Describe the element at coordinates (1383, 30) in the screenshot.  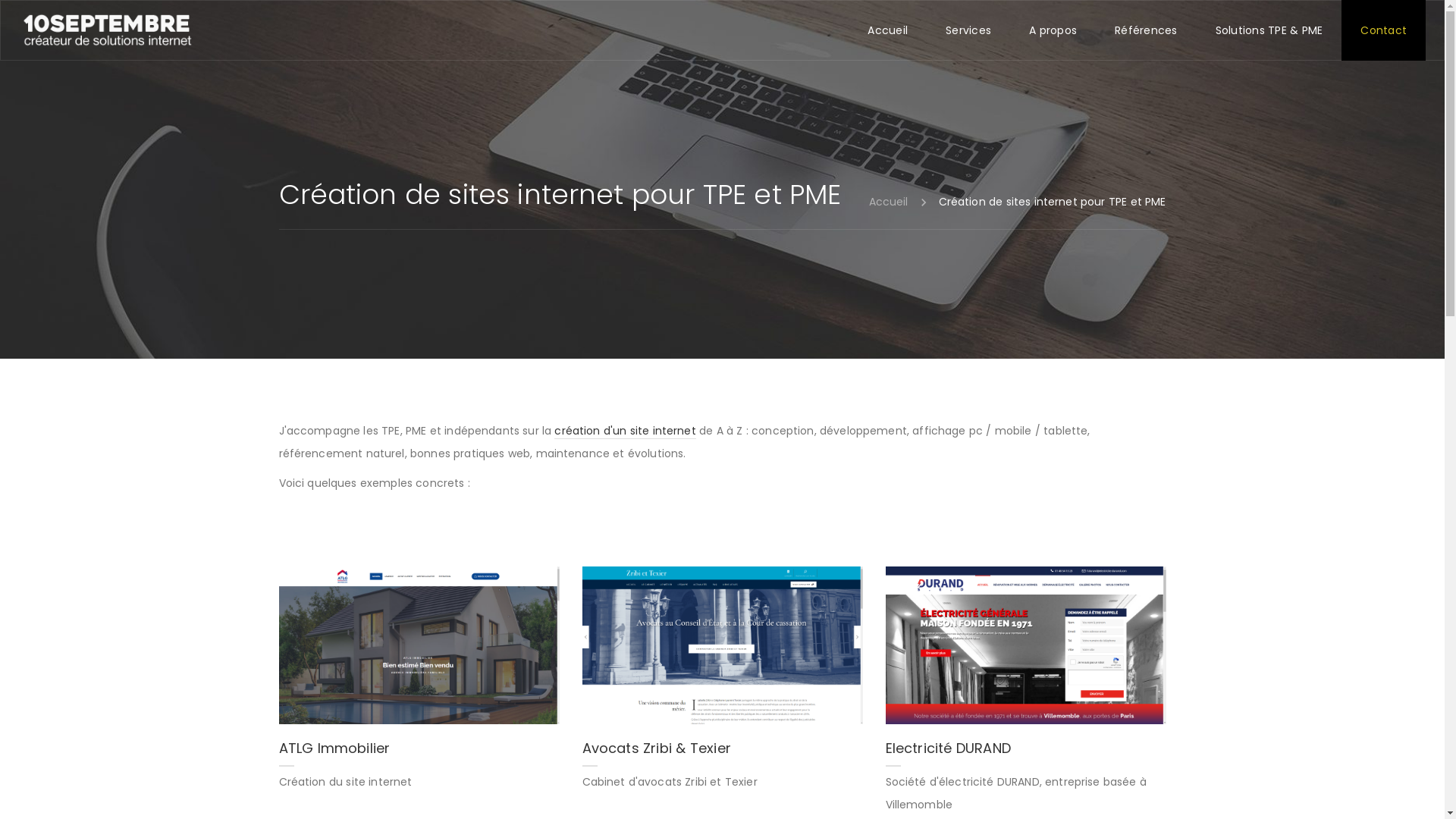
I see `'Contact'` at that location.